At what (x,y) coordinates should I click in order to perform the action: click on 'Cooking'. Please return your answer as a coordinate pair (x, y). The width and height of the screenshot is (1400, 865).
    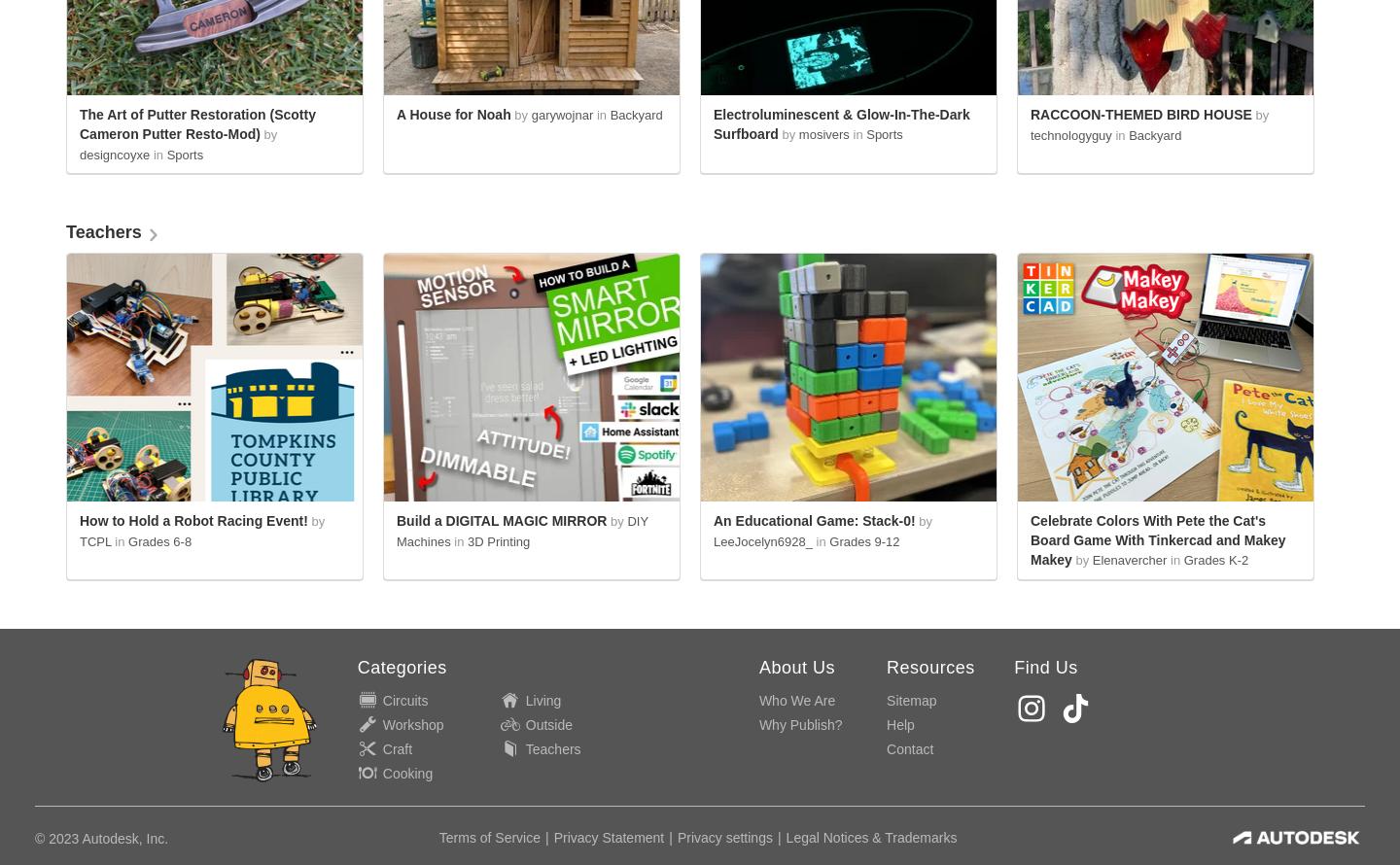
    Looking at the image, I should click on (406, 774).